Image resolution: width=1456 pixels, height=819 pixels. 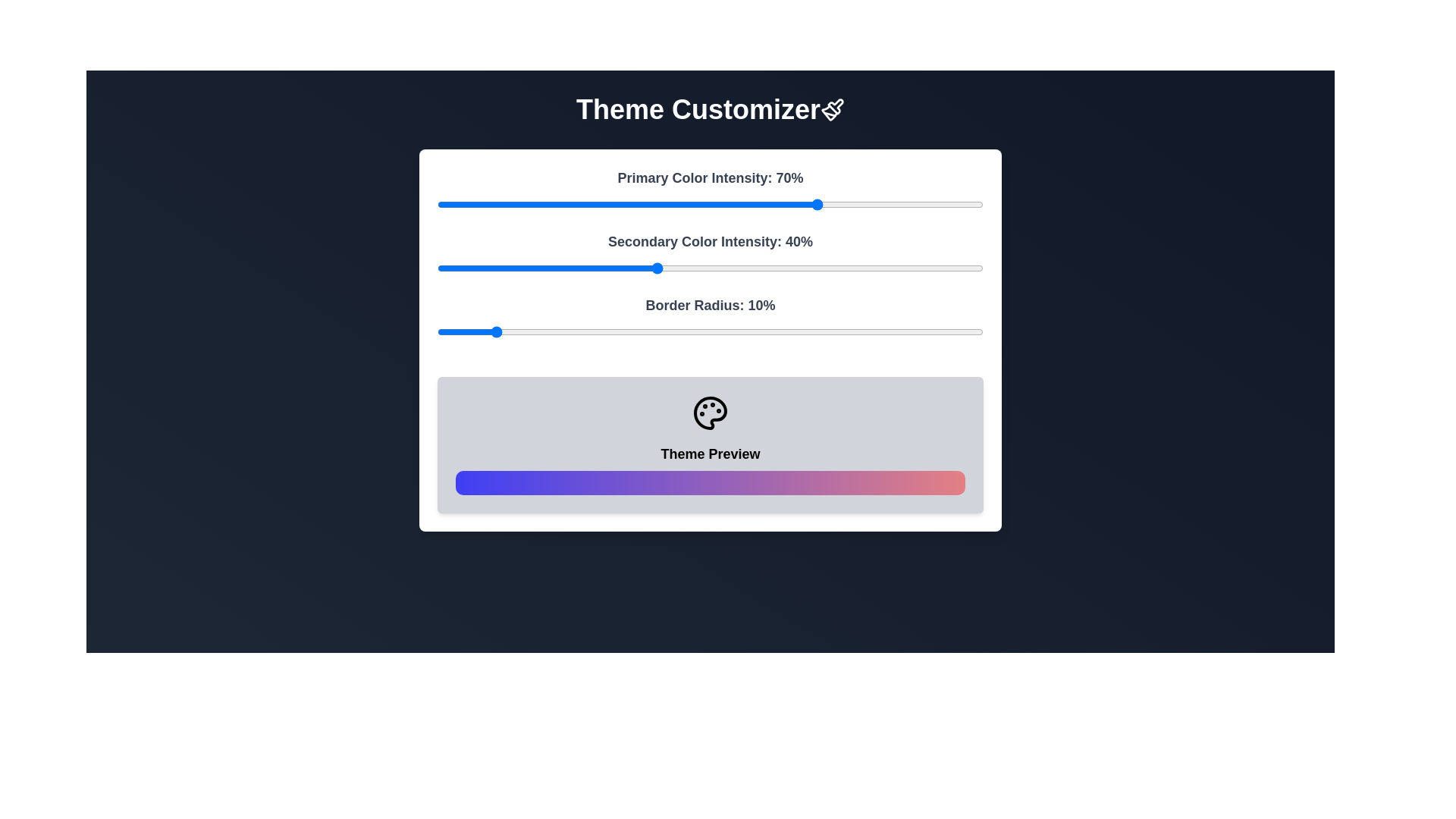 I want to click on the Border Radius slider to 4%, so click(x=458, y=331).